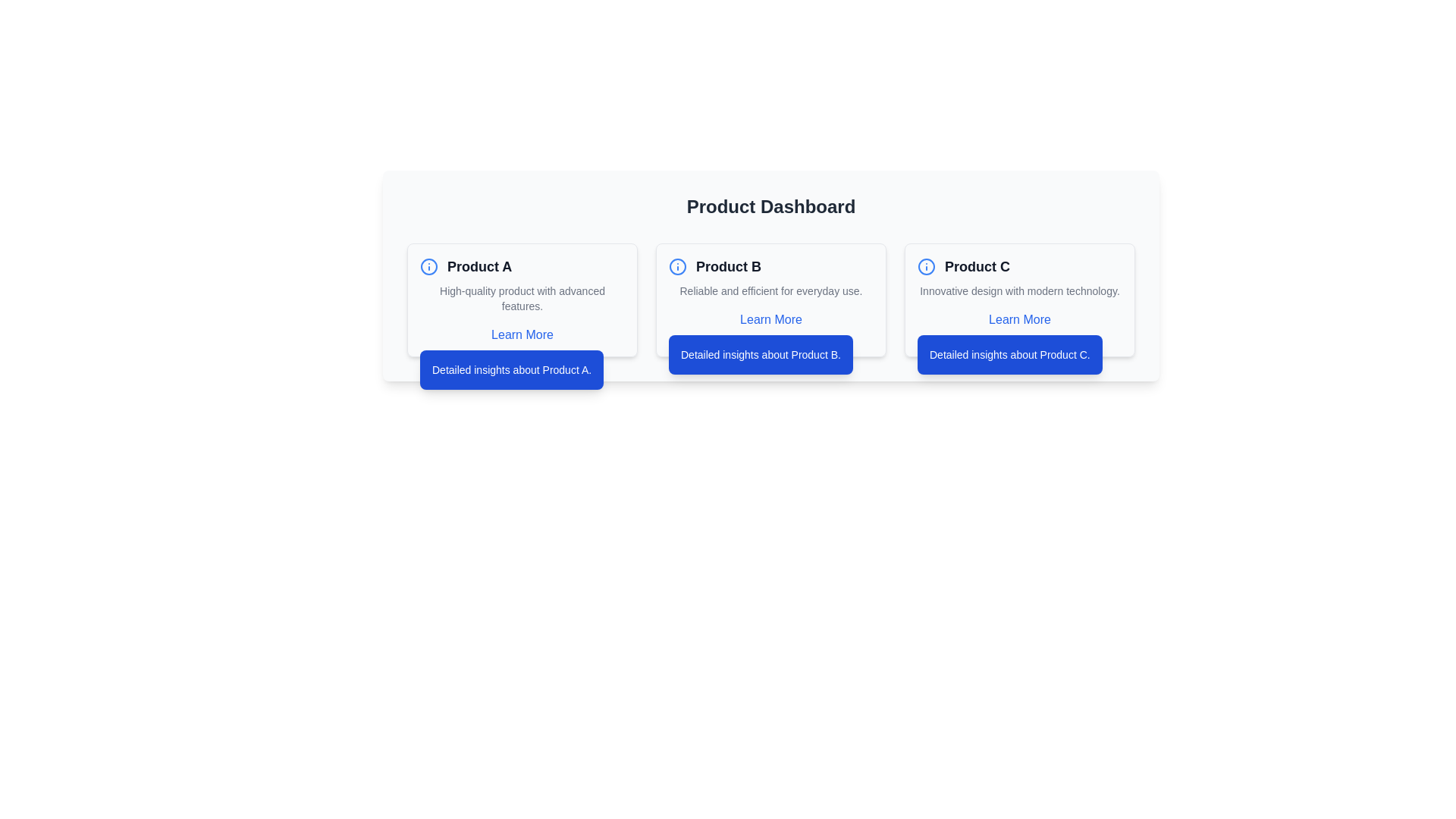 The height and width of the screenshot is (819, 1456). Describe the element at coordinates (1019, 318) in the screenshot. I see `the hyperlink located in the third column of the 'Product Dashboard' under the product card labeled 'Product C'` at that location.